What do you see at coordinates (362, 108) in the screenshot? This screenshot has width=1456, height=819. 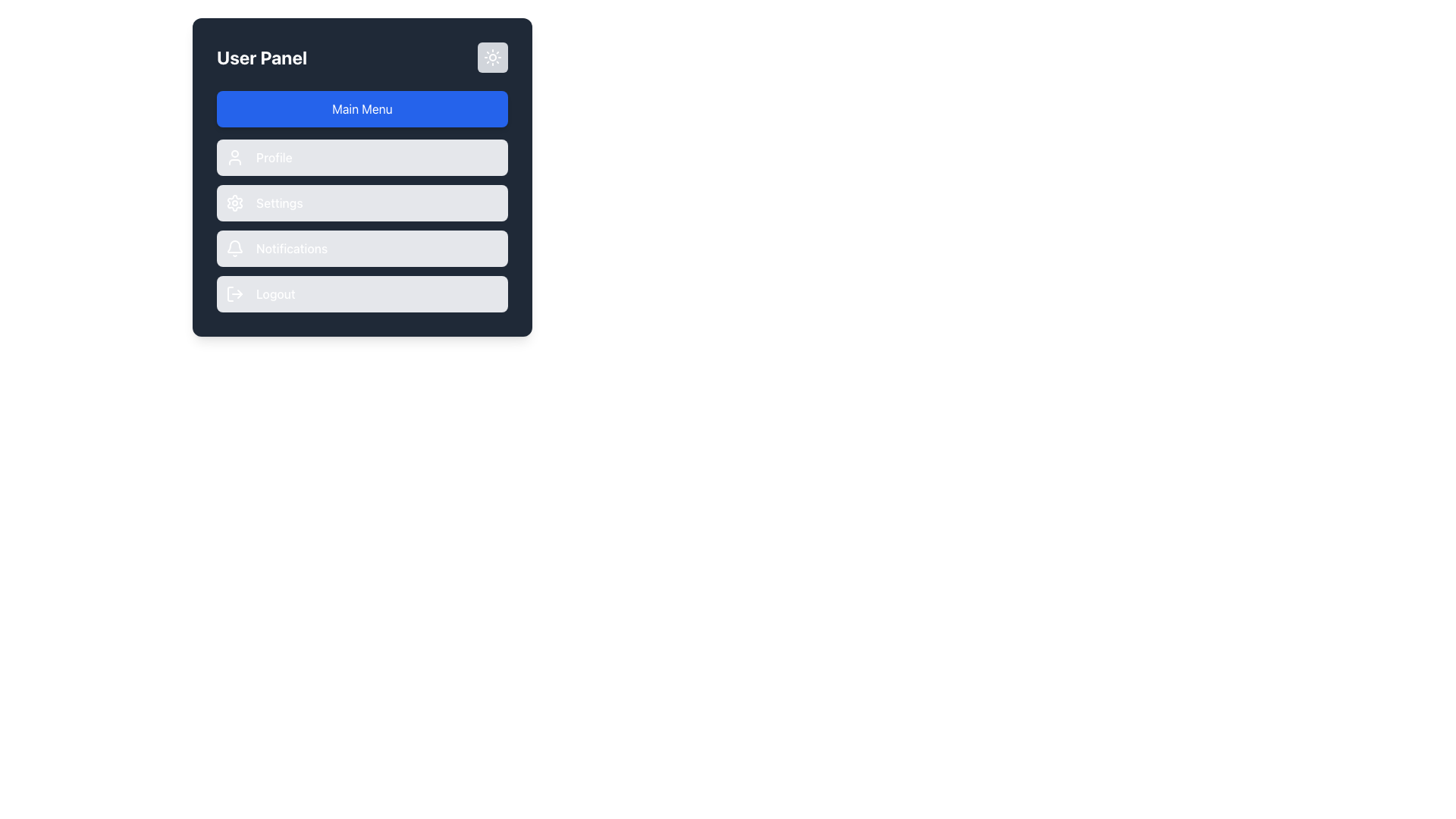 I see `the 'Main Menu' button, which is a rectangular button with a blue background and white text, centrally located below the 'User Panel' title` at bounding box center [362, 108].